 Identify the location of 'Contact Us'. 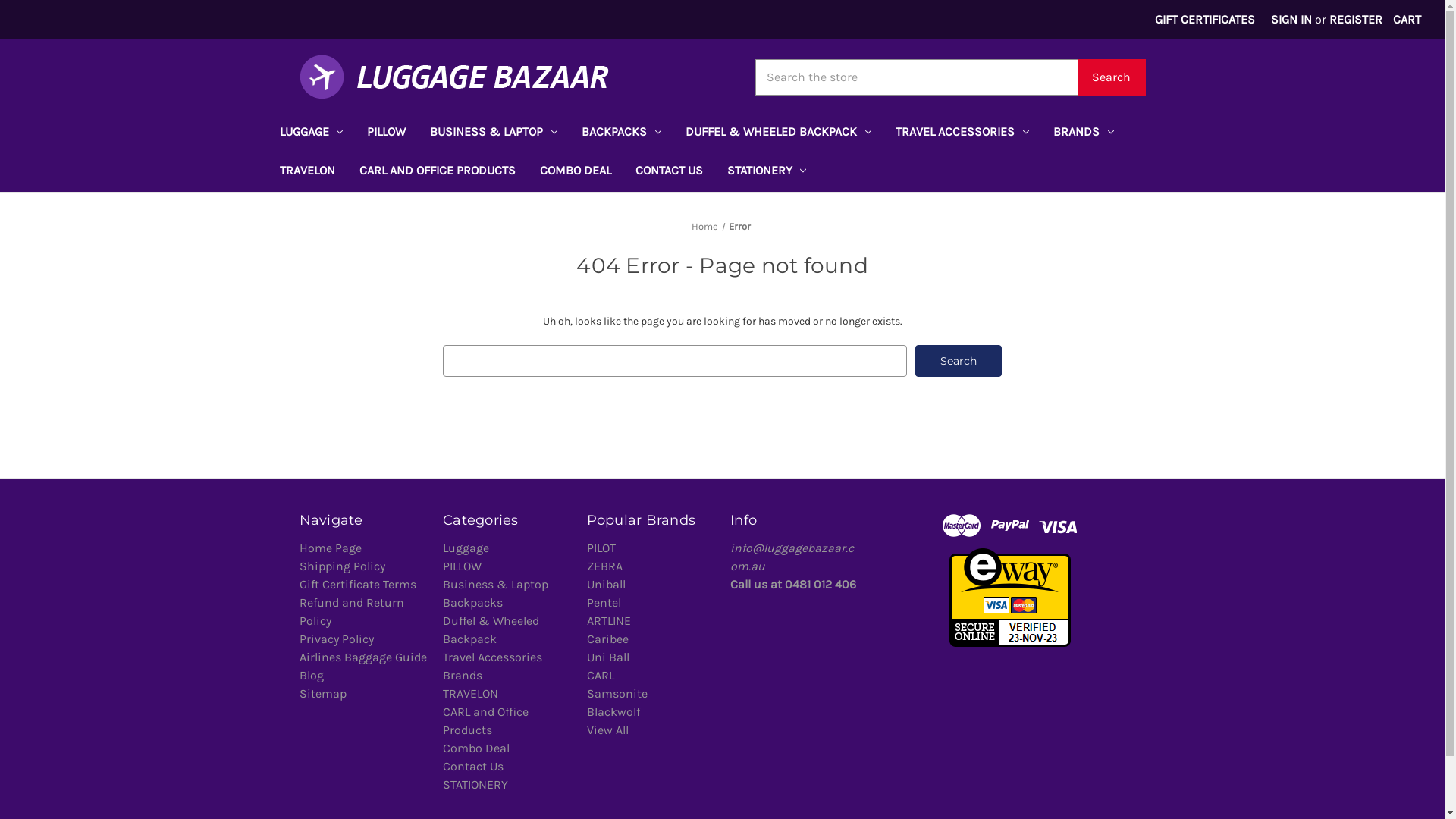
(472, 766).